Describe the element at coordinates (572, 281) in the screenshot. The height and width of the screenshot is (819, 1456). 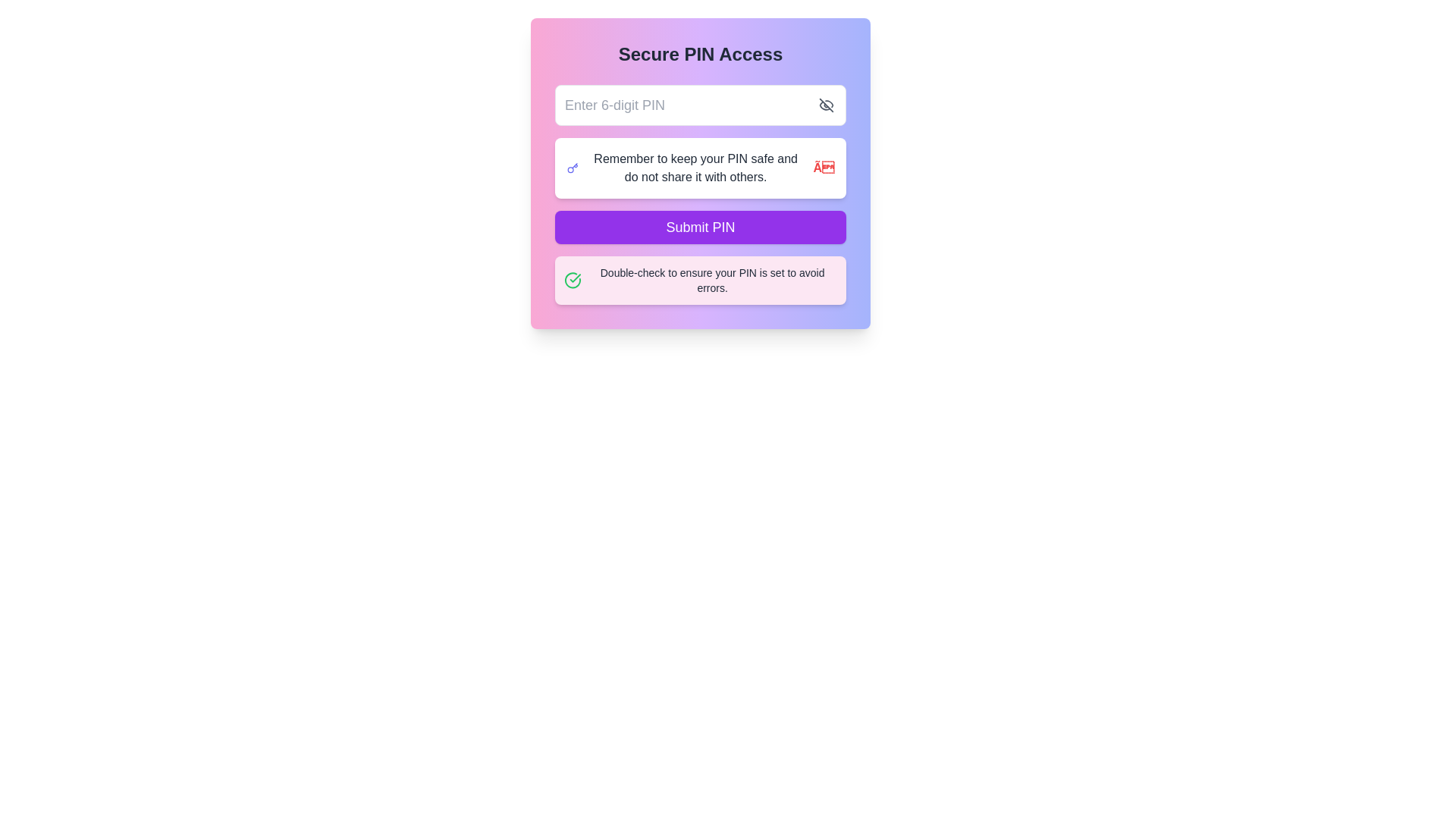
I see `the success confirmation icon located to the left of the message 'Double-check to ensure your PIN is set to avoid errors.' in the message panel at the bottom center of the card interface` at that location.